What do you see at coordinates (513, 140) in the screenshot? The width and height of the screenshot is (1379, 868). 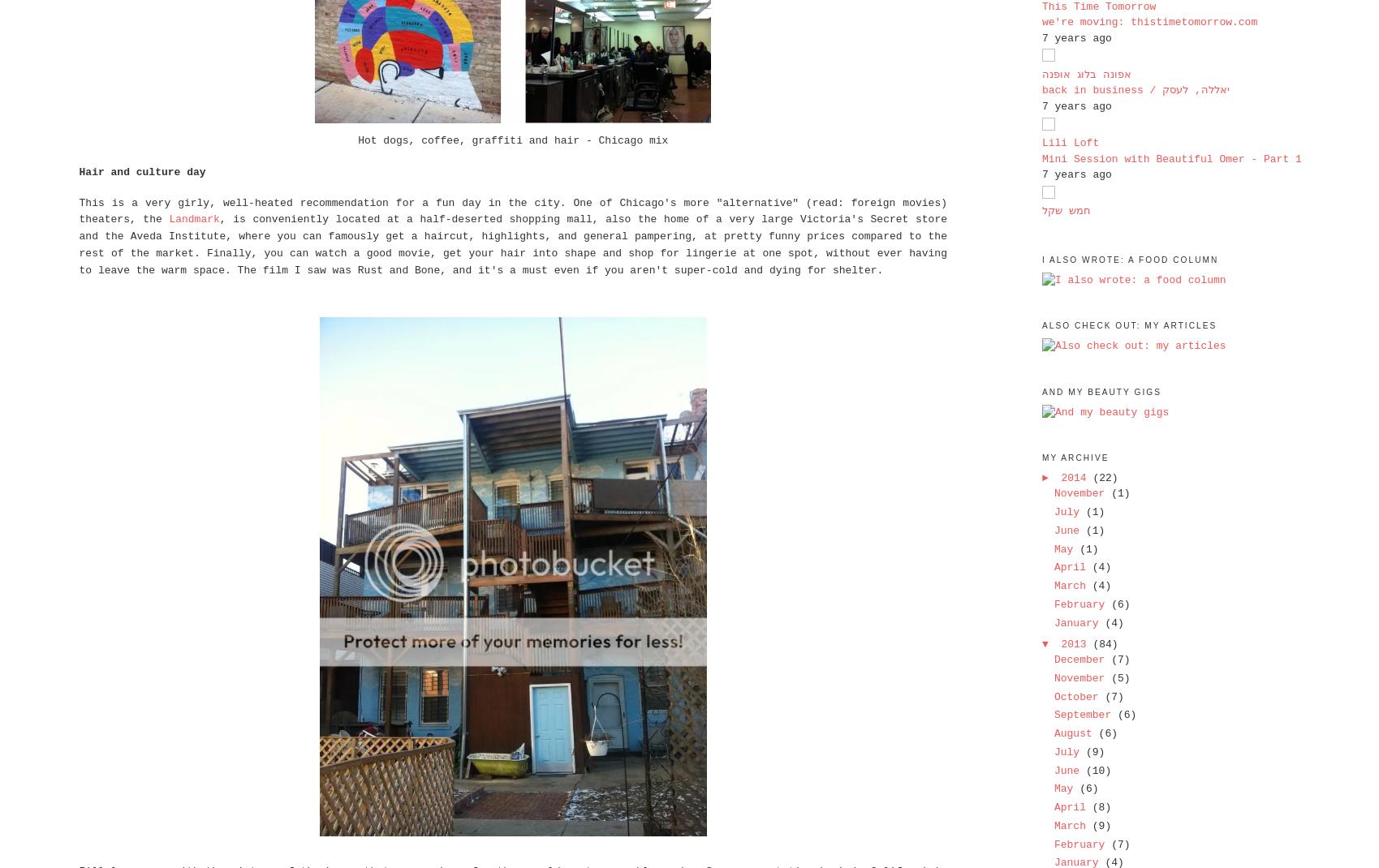 I see `'Hot dogs, coffee, graffiti and hair - Chicago mix'` at bounding box center [513, 140].